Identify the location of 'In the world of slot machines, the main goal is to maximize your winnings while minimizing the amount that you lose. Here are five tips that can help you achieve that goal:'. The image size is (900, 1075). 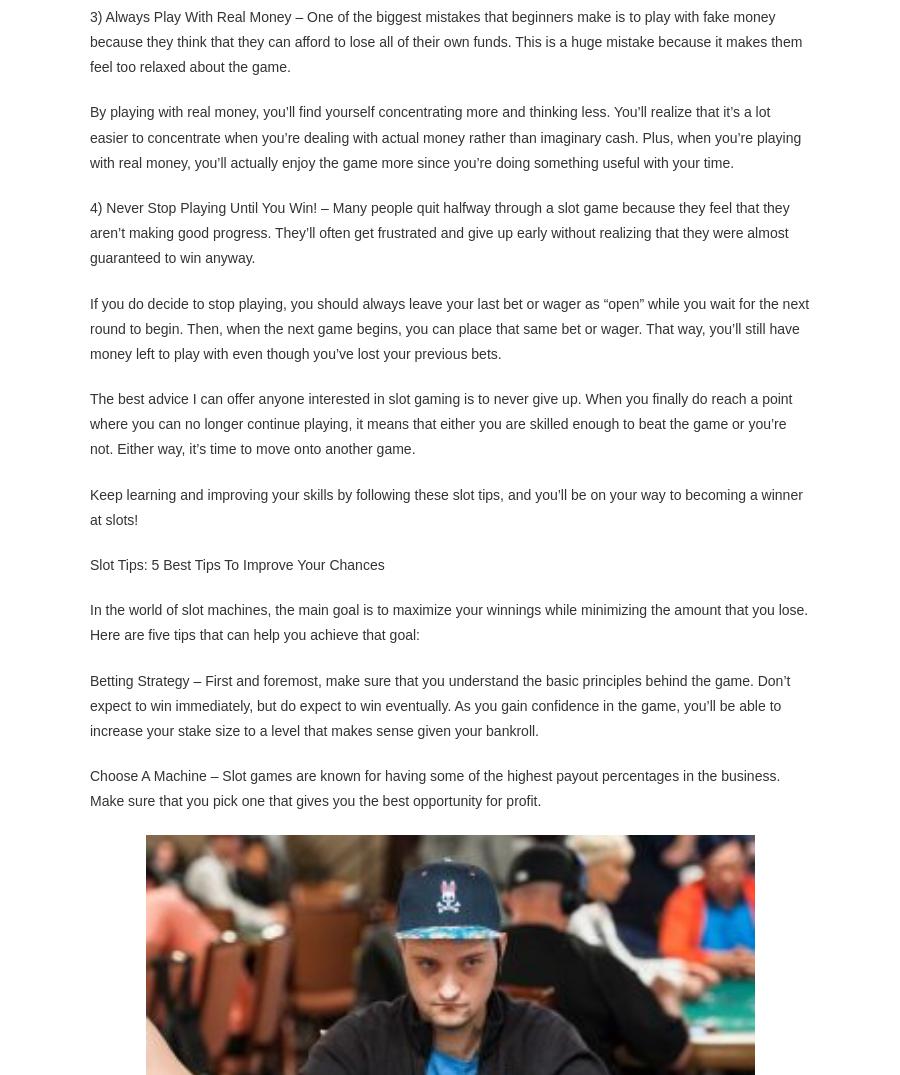
(449, 620).